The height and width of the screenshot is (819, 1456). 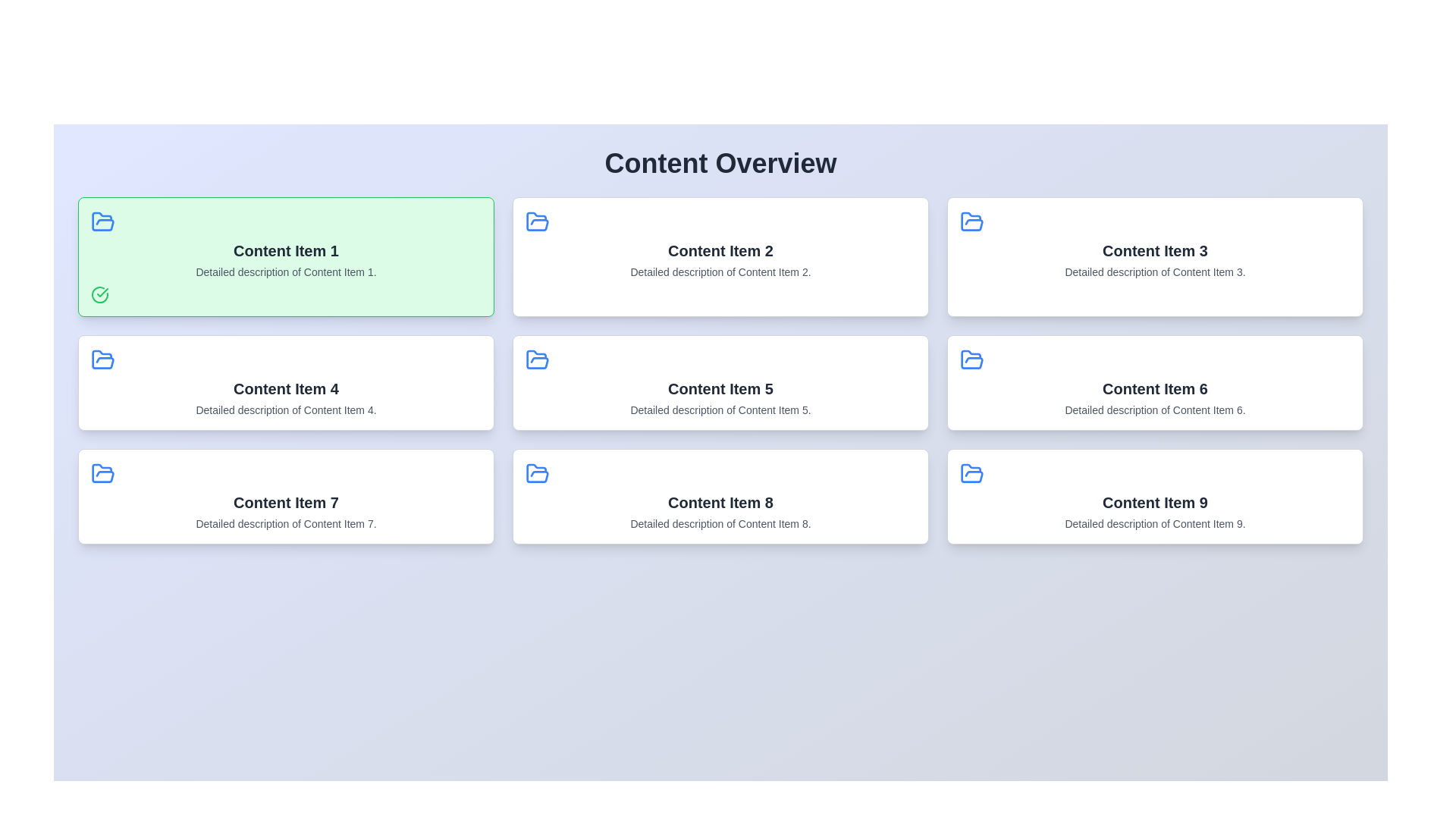 What do you see at coordinates (99, 295) in the screenshot?
I see `the 'Content Item 1' card indirectly by targeting the green checkmark icon in the top-left corner, which indicates a completed status` at bounding box center [99, 295].